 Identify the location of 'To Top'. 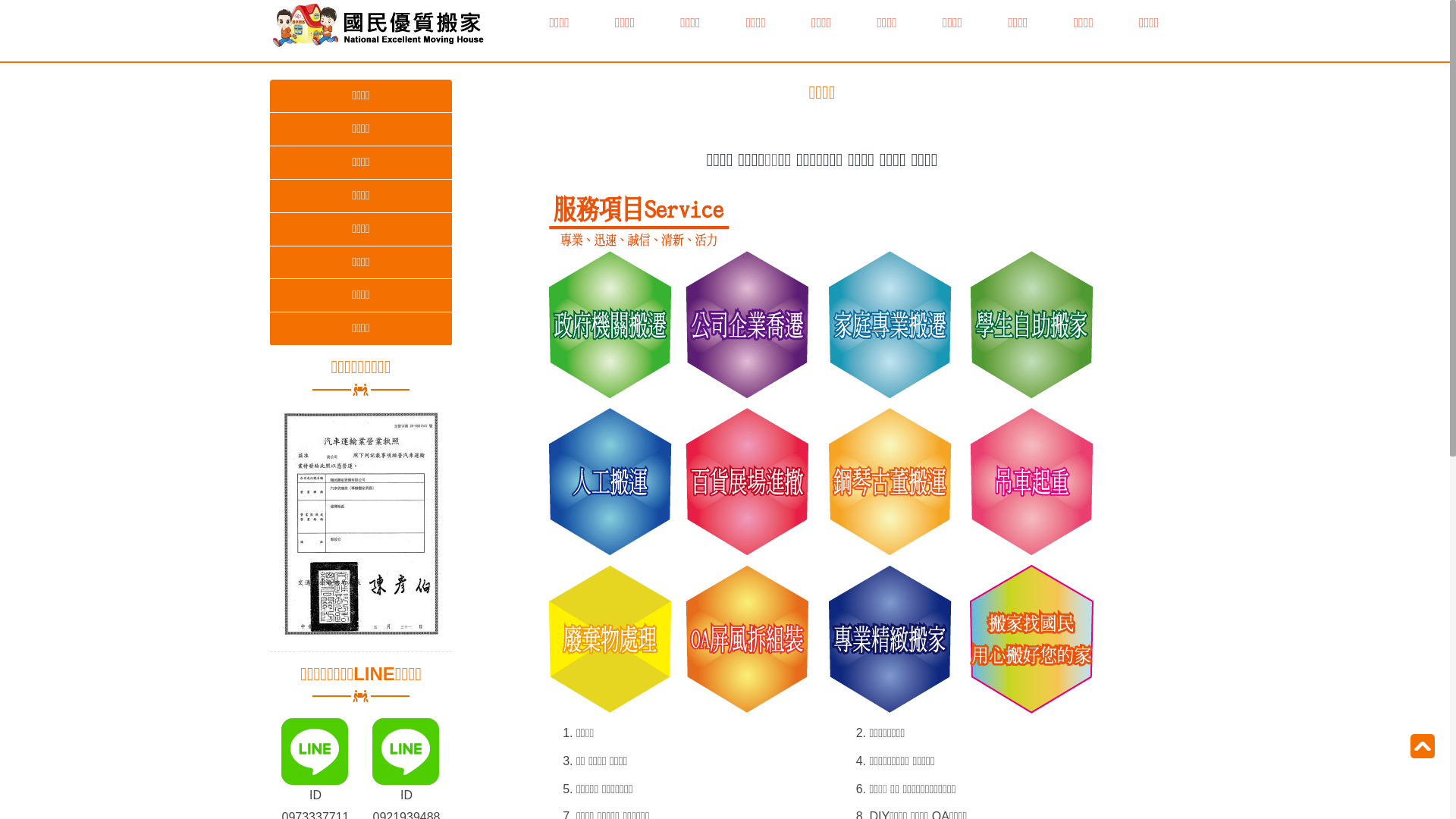
(1422, 745).